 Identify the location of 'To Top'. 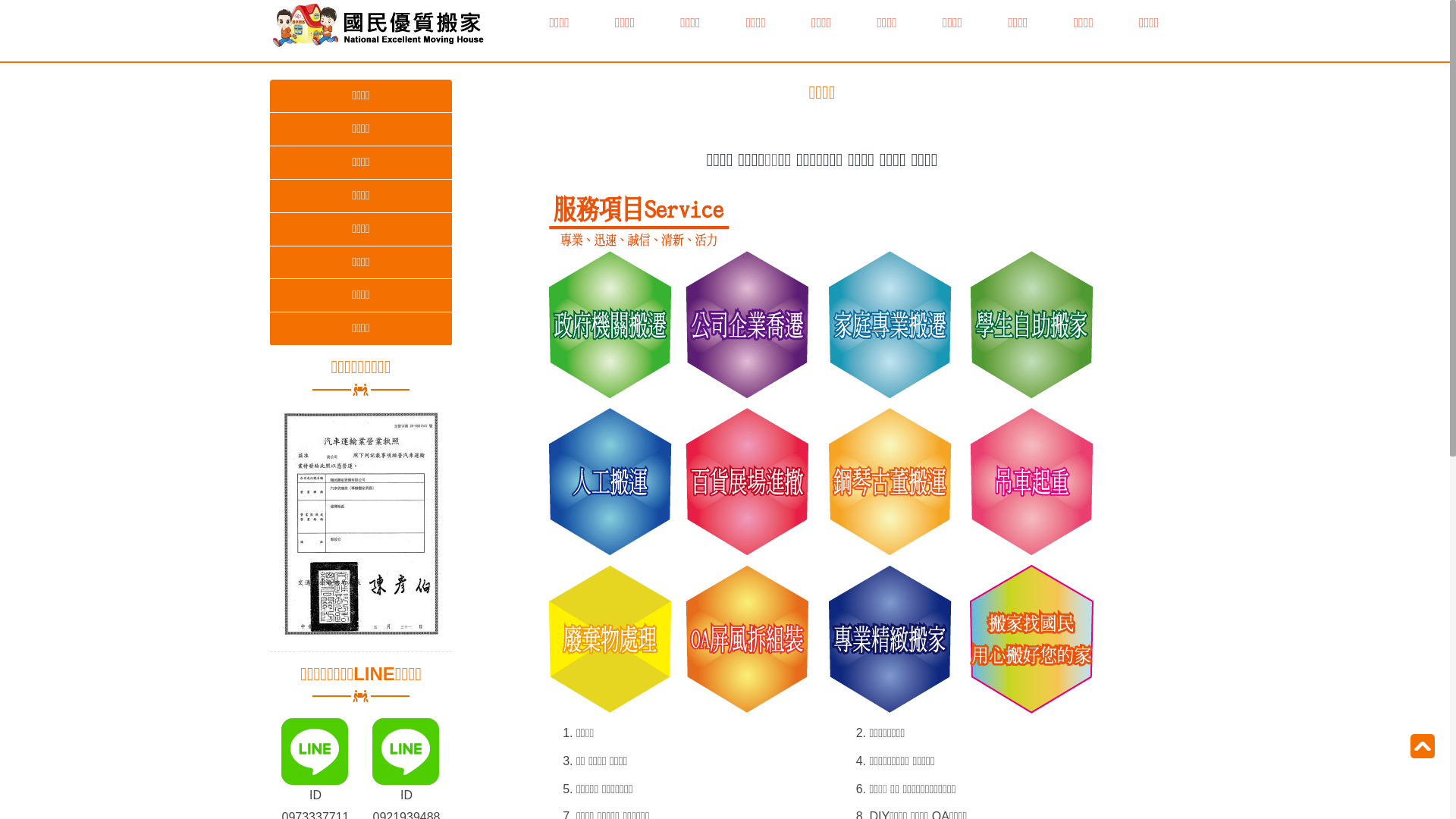
(1422, 745).